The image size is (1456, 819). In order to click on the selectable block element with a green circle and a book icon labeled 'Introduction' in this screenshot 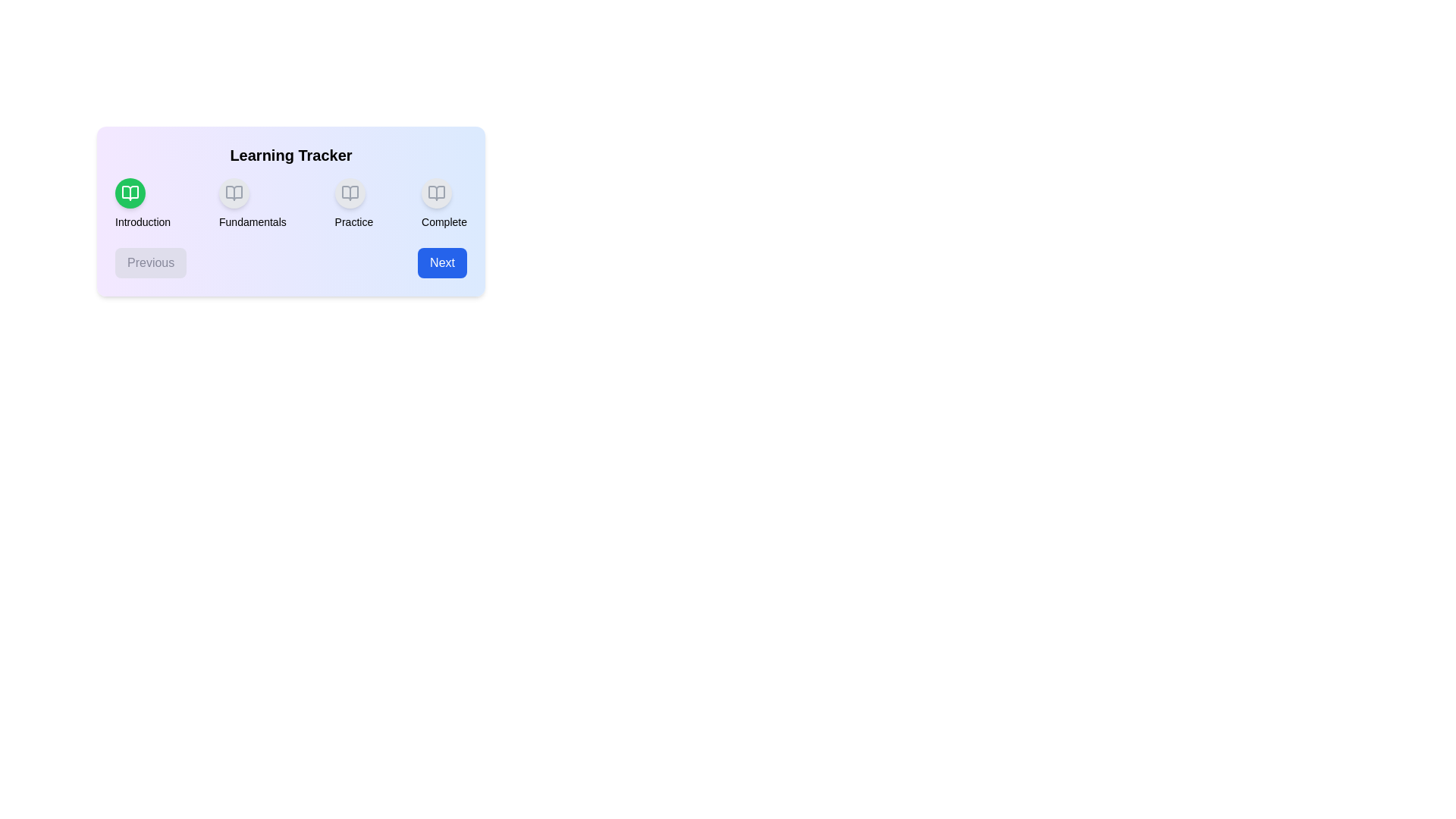, I will do `click(143, 203)`.